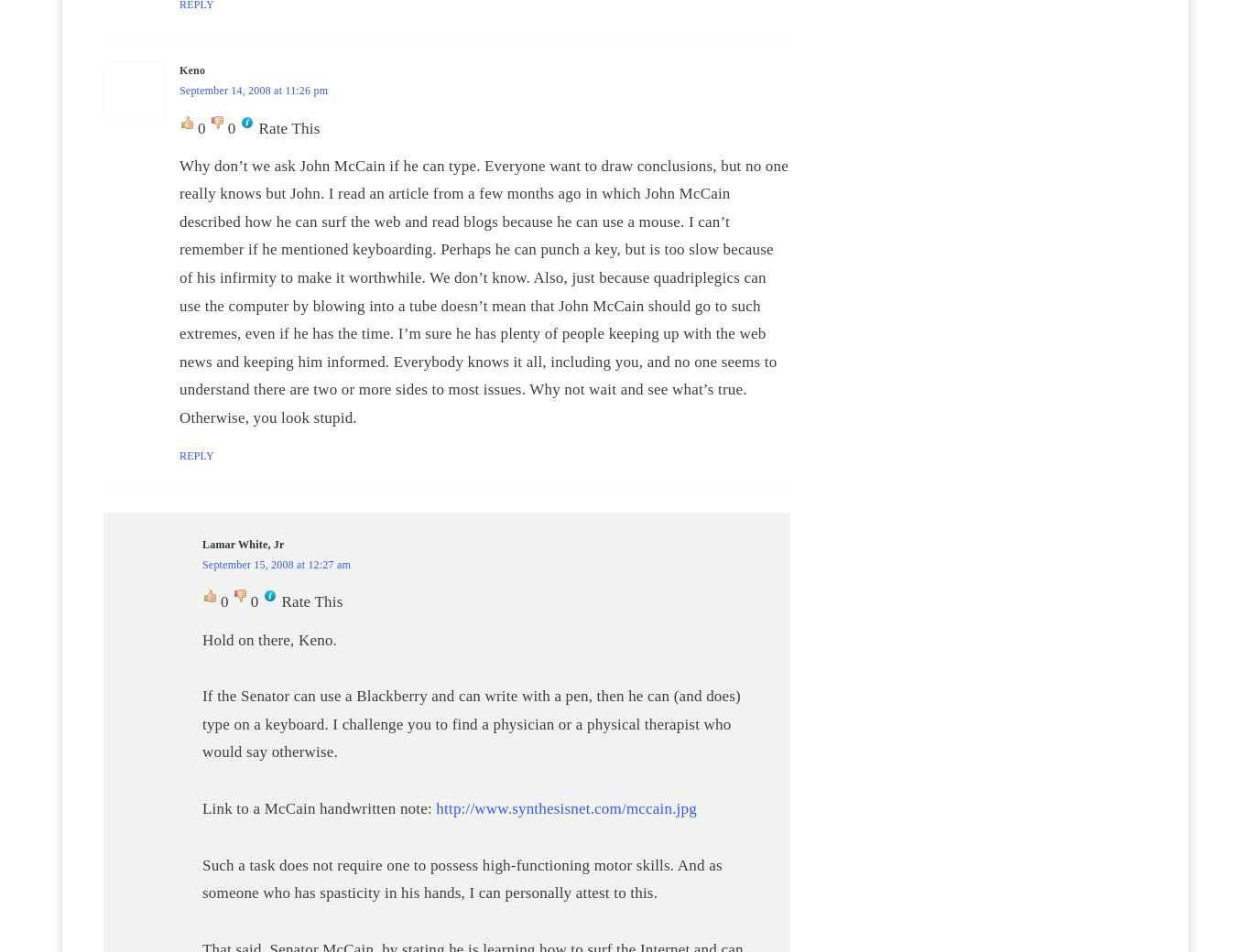 Image resolution: width=1251 pixels, height=952 pixels. Describe the element at coordinates (201, 879) in the screenshot. I see `'Such a task does not require one to possess high-functioning motor skills. And as someone who has spasticity in his hands, I can personally attest to this.'` at that location.